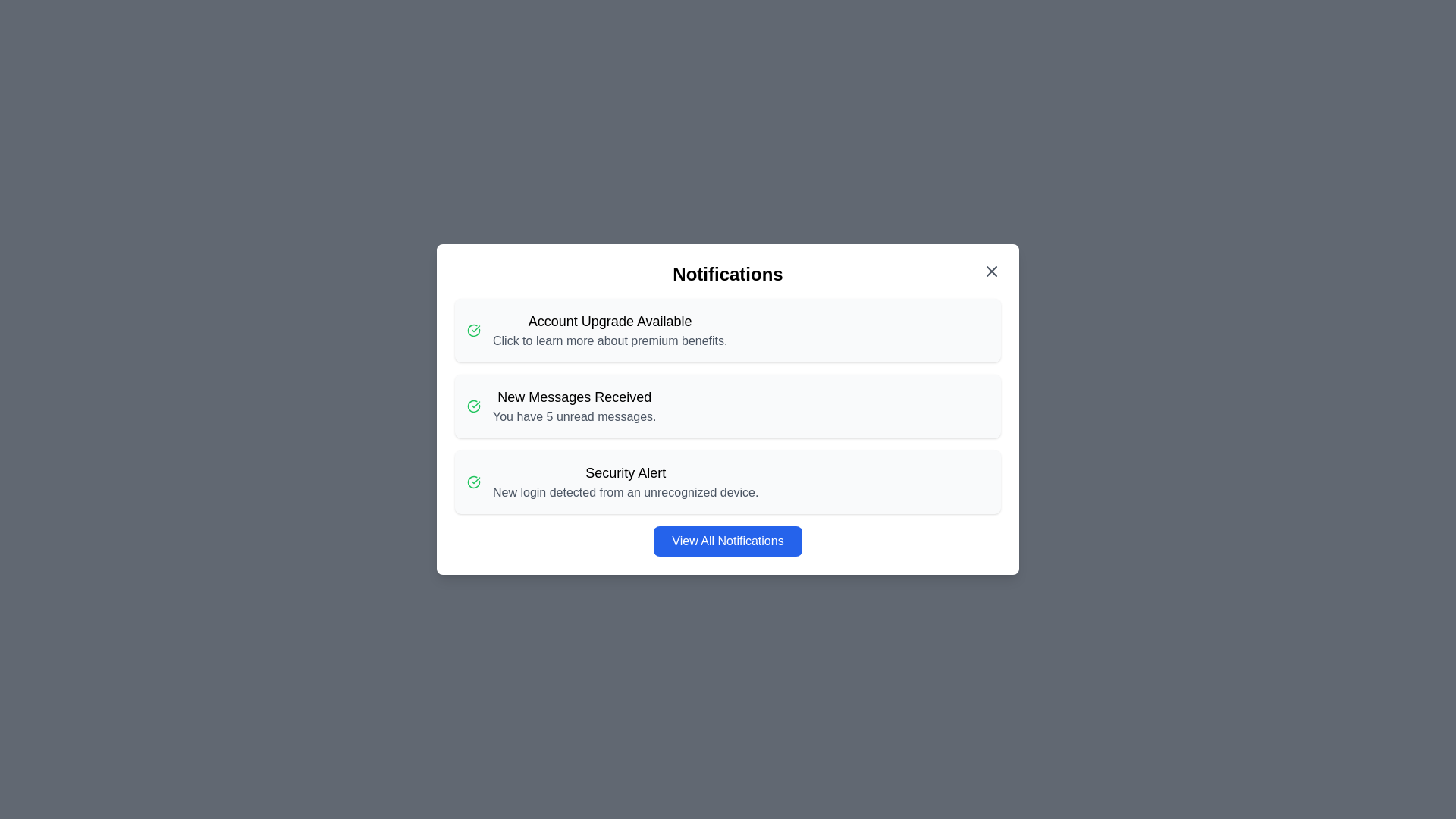 This screenshot has height=819, width=1456. What do you see at coordinates (728, 406) in the screenshot?
I see `the second notification box that informs the user about new unread messages located between 'Account Upgrade Available' and 'Security Alert'` at bounding box center [728, 406].